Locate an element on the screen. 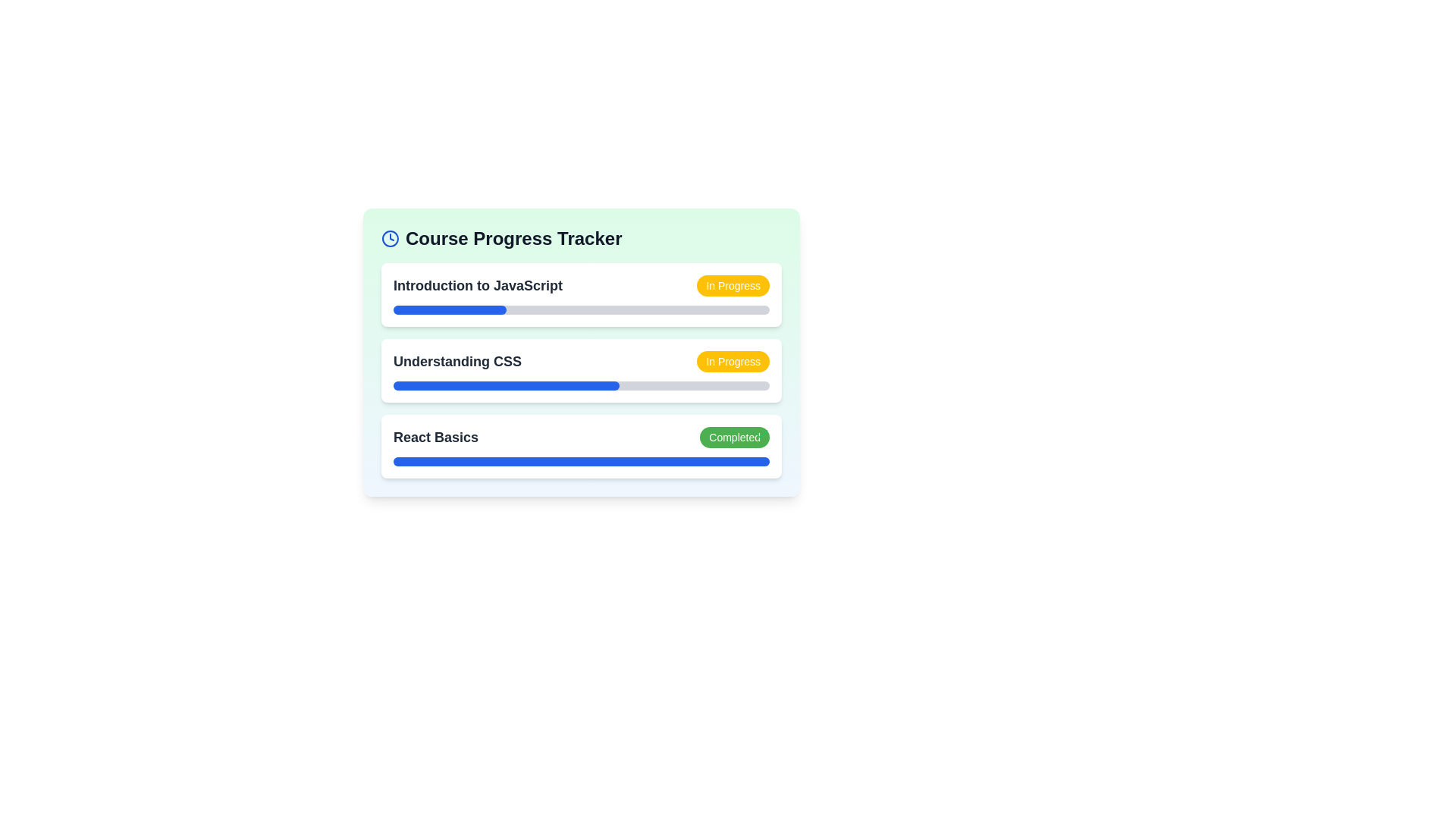 This screenshot has height=819, width=1456. the second List Item Component titled 'Understanding CSS' in the Course Progress Tracker for more details is located at coordinates (581, 371).